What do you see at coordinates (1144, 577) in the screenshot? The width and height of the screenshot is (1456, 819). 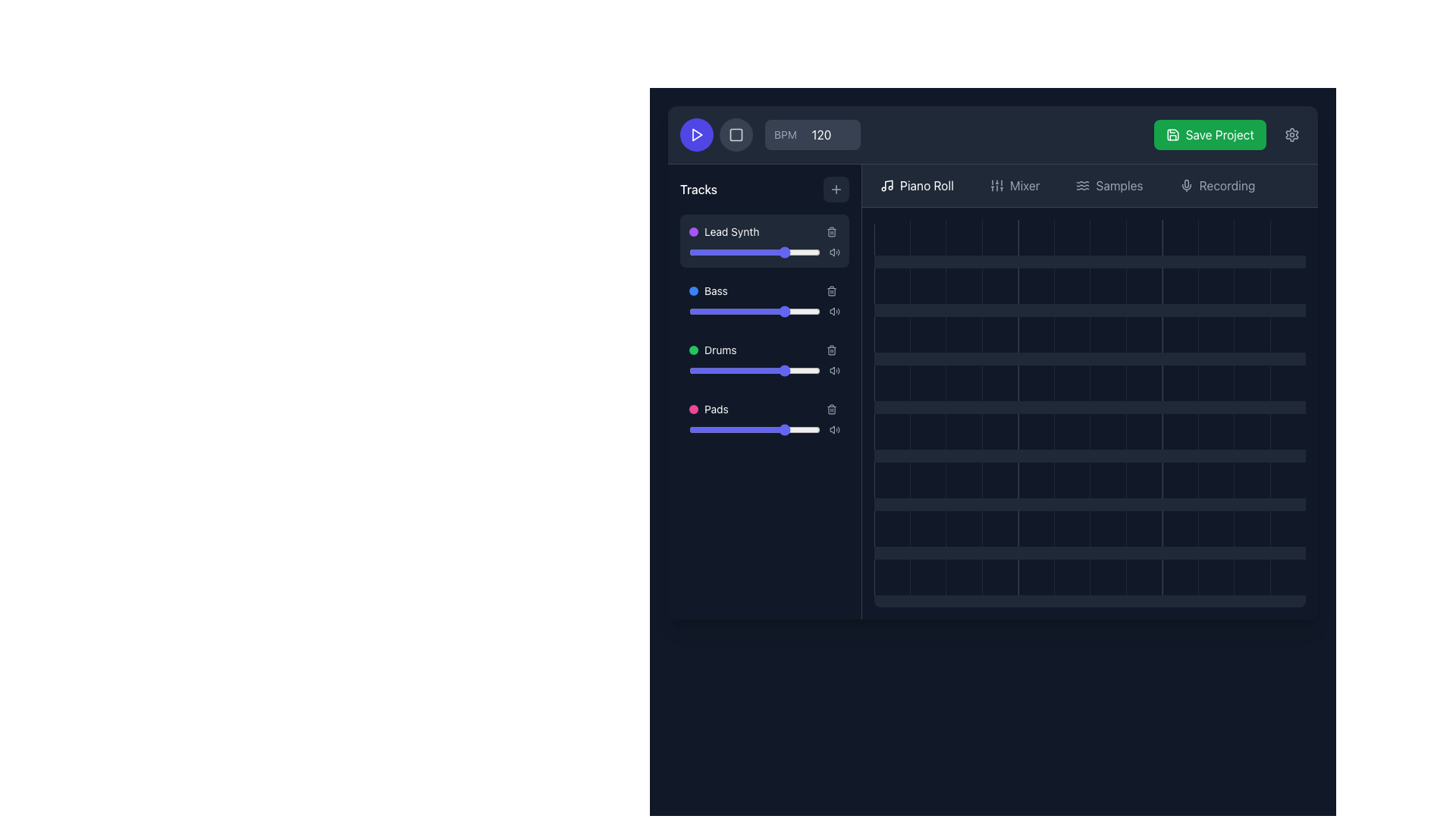 I see `the interactive grid cell located in the bottom row, eighth column from the left, which serves as a visual placeholder or toggle within the grid structure` at bounding box center [1144, 577].